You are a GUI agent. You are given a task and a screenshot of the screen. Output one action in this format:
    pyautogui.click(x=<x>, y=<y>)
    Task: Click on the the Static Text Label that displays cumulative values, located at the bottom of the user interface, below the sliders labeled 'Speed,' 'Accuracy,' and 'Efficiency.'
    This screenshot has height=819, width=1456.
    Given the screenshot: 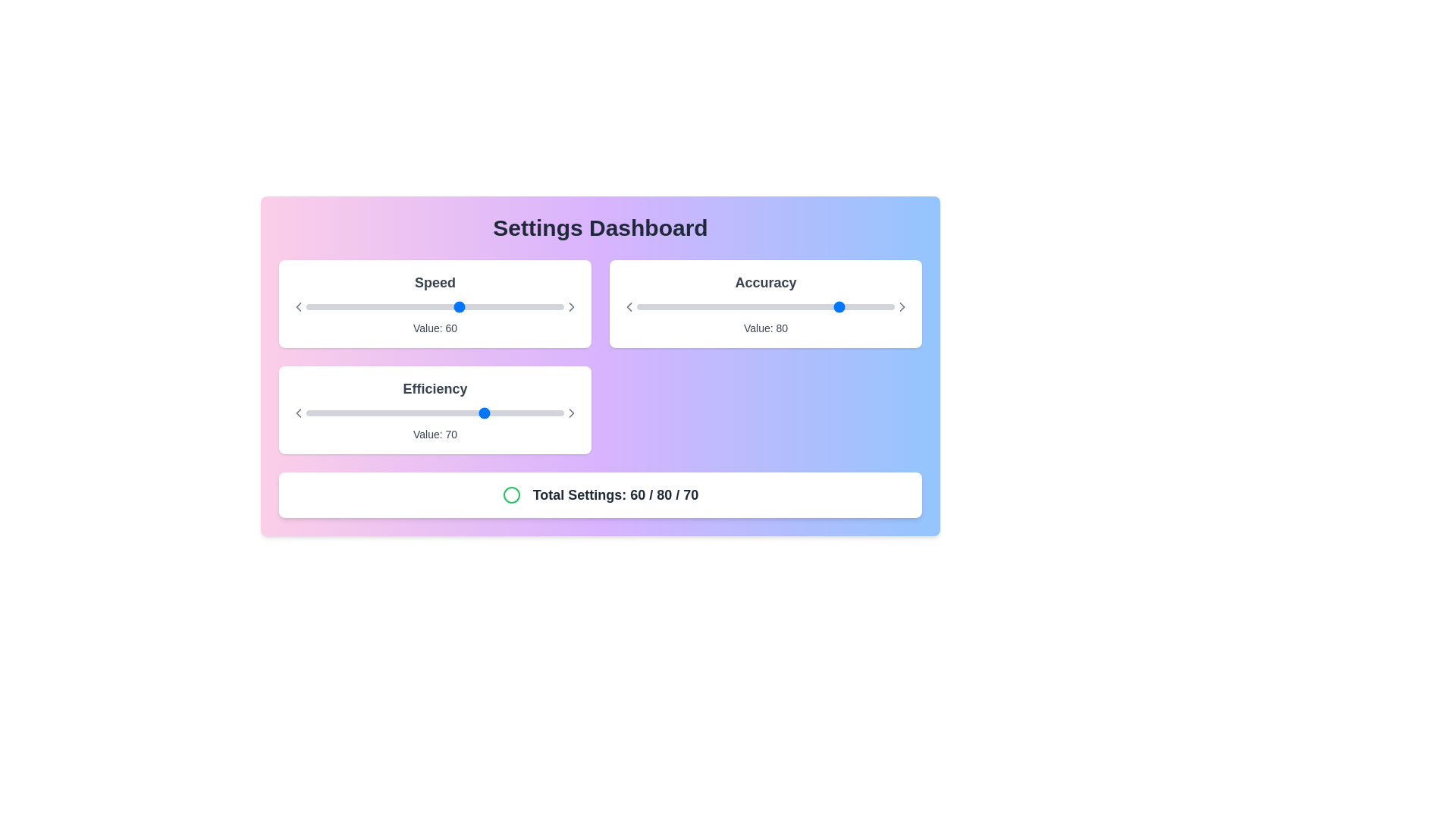 What is the action you would take?
    pyautogui.click(x=615, y=494)
    